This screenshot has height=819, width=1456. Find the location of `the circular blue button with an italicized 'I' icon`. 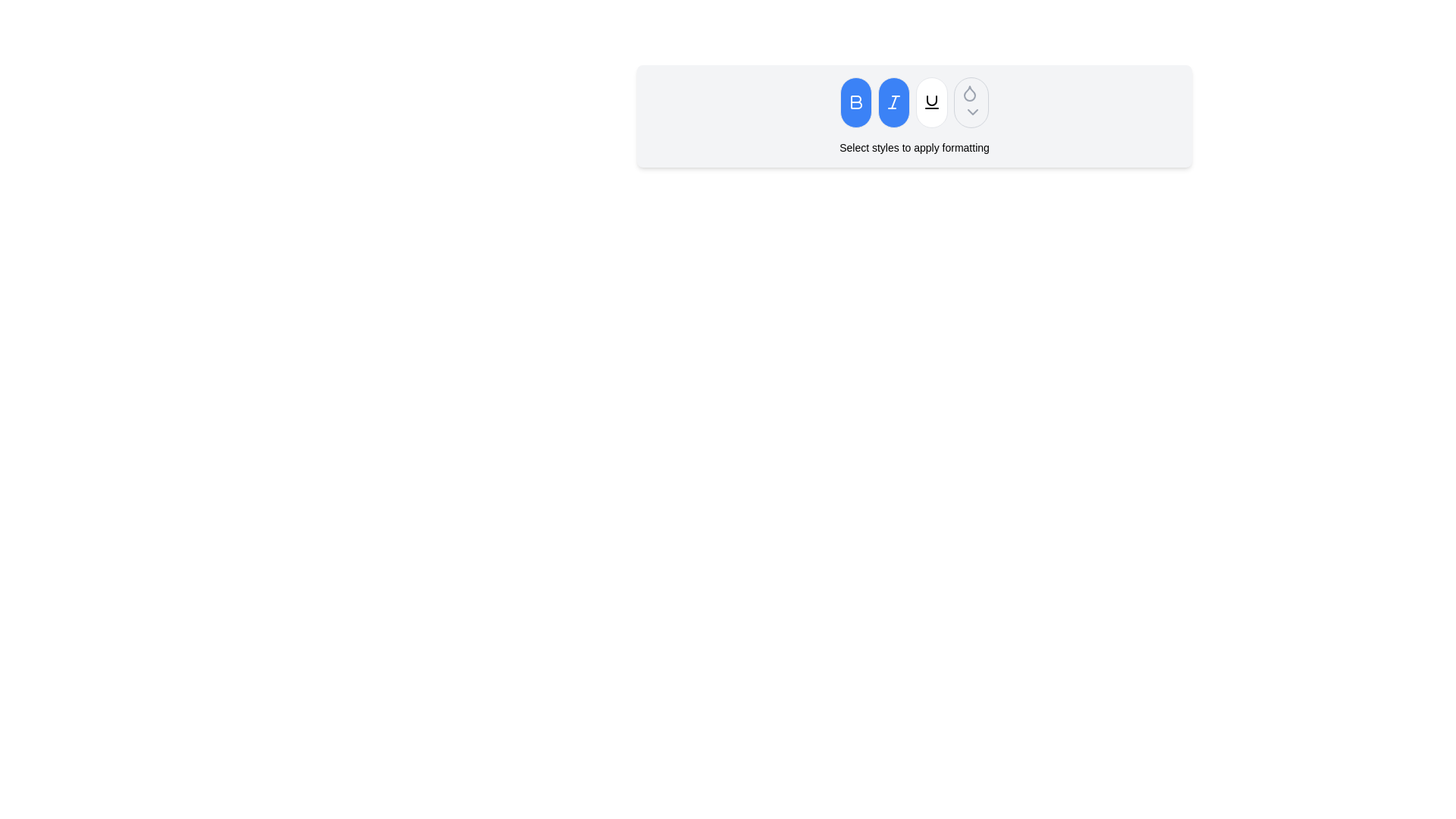

the circular blue button with an italicized 'I' icon is located at coordinates (894, 102).